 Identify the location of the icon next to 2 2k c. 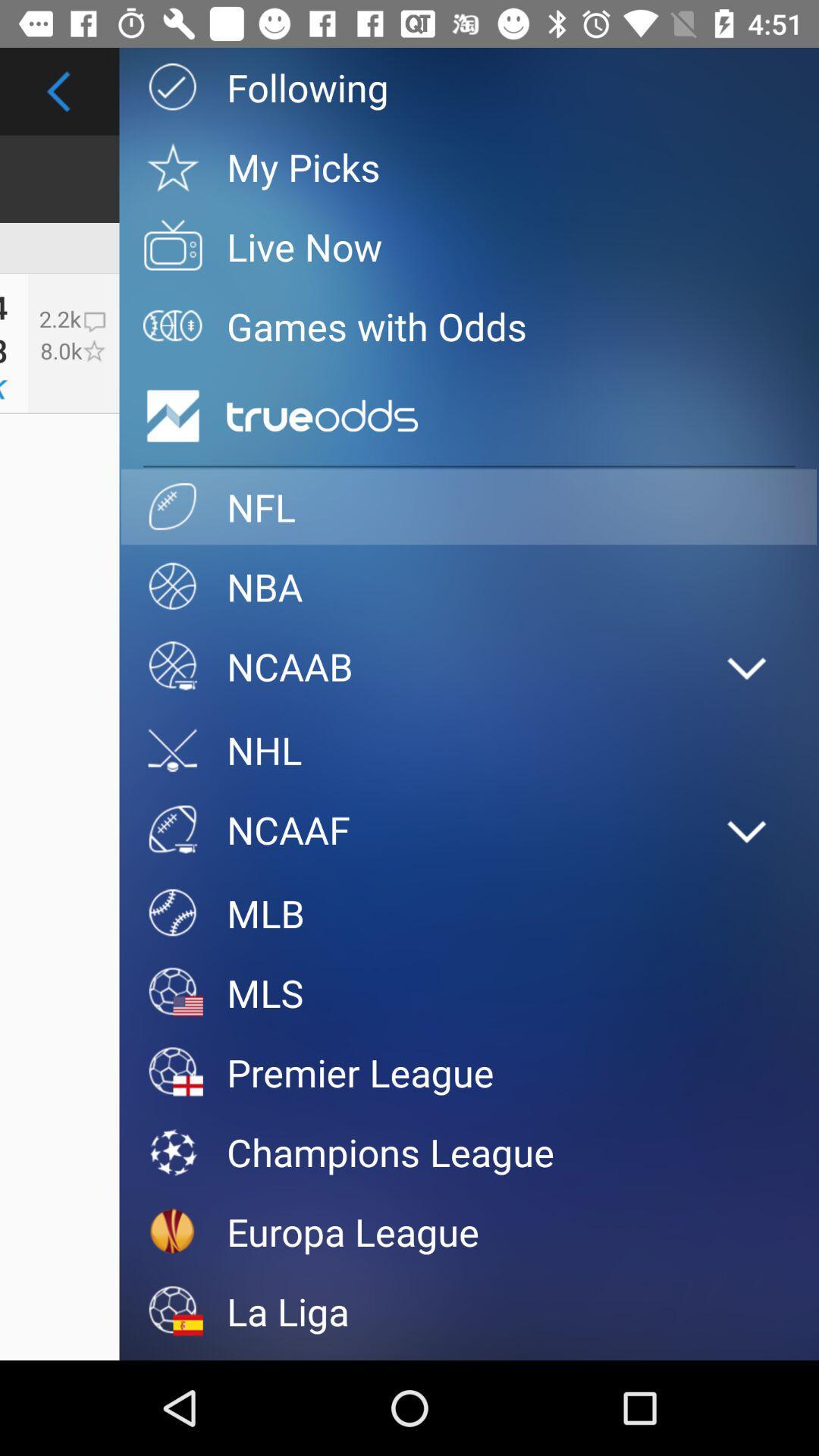
(4, 349).